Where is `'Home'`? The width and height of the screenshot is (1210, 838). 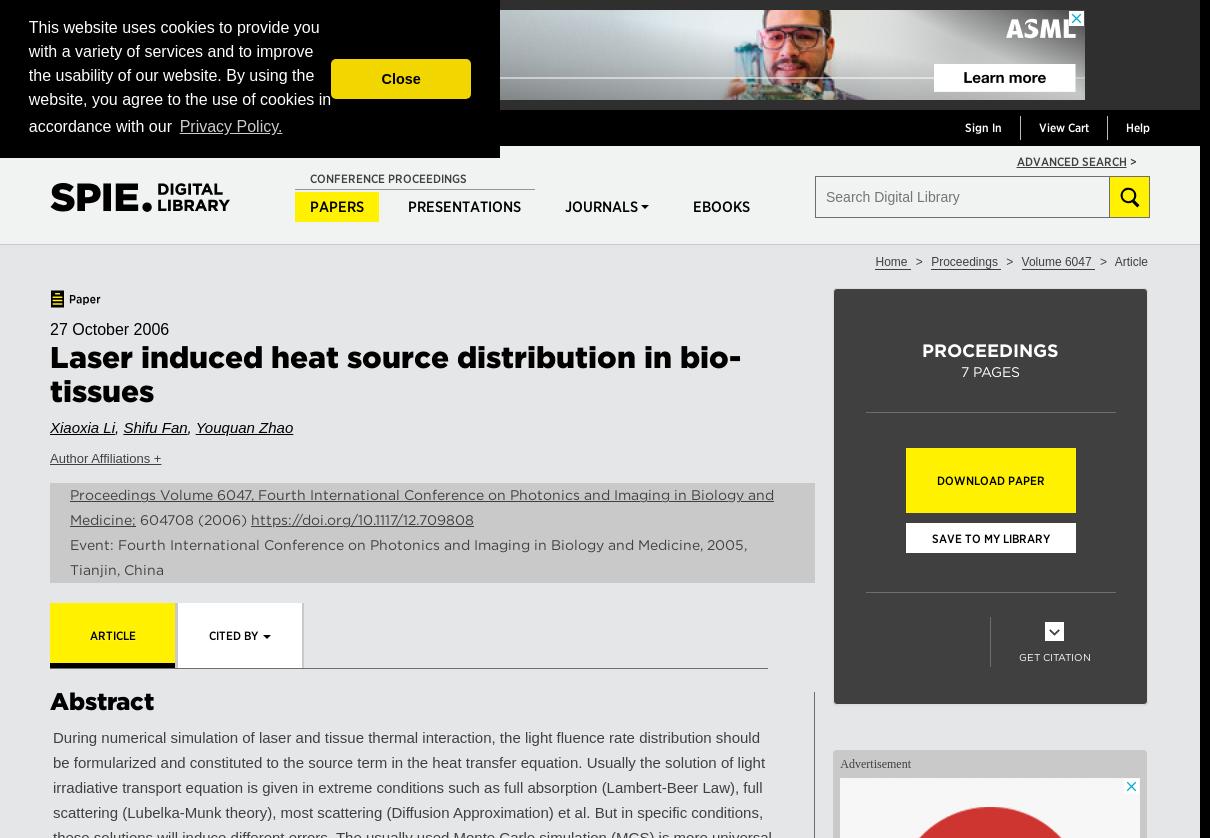 'Home' is located at coordinates (891, 260).